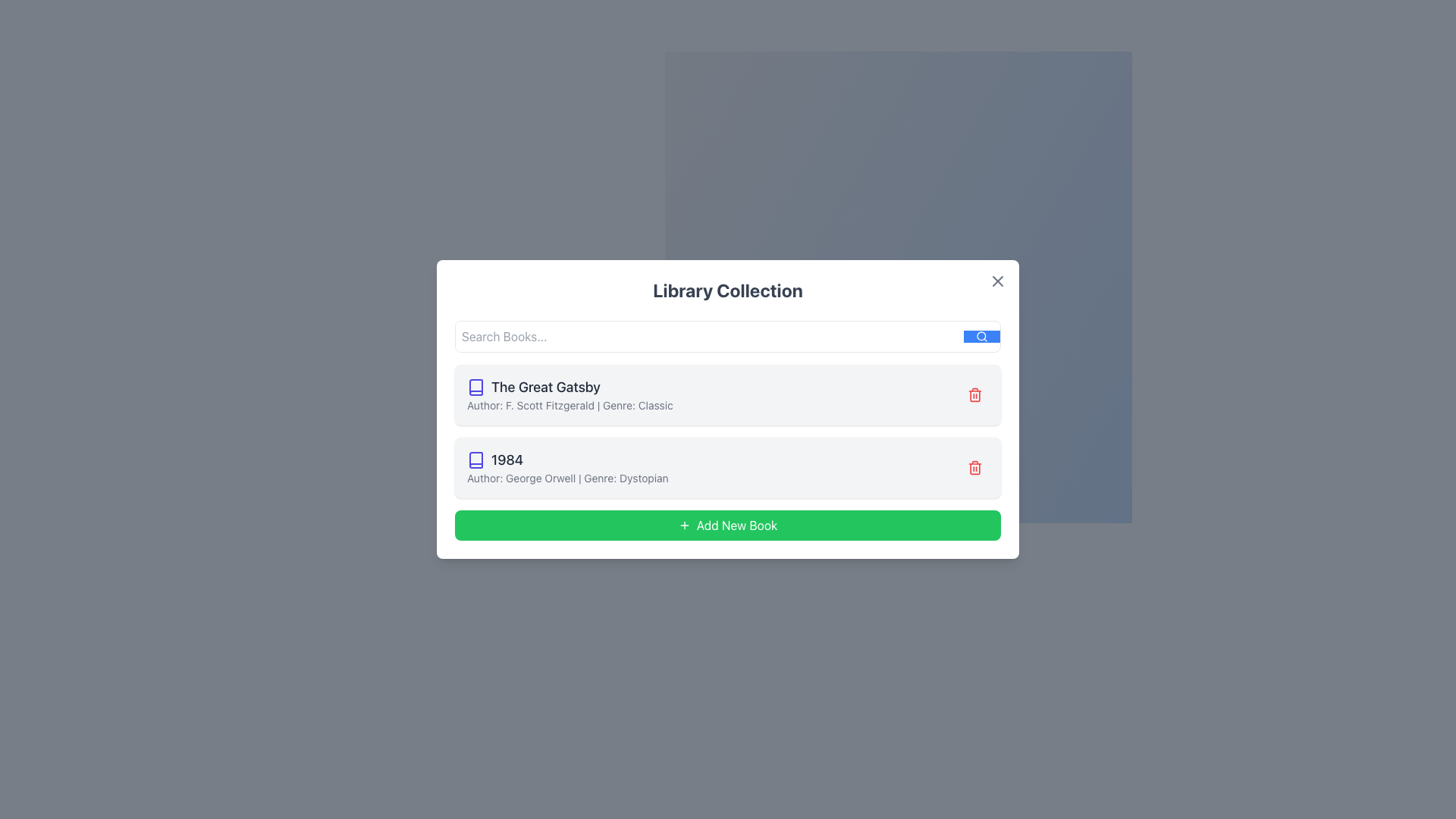 Image resolution: width=1456 pixels, height=819 pixels. Describe the element at coordinates (475, 459) in the screenshot. I see `the book icon located to the left of the text 'The Great Gatsby' in the 'Library Collection' dialog box` at that location.